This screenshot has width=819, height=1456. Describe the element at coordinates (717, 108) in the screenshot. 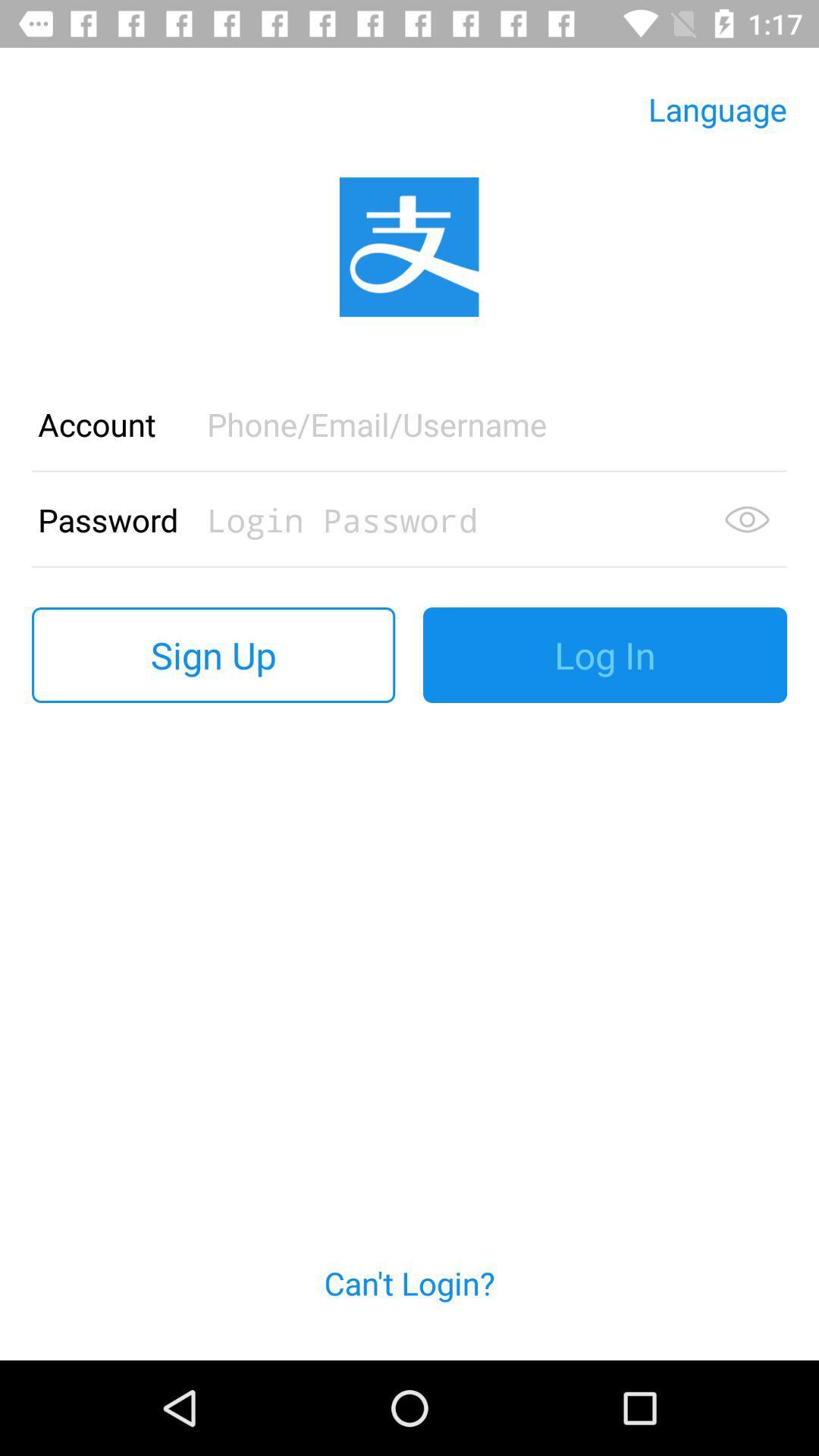

I see `the language item` at that location.